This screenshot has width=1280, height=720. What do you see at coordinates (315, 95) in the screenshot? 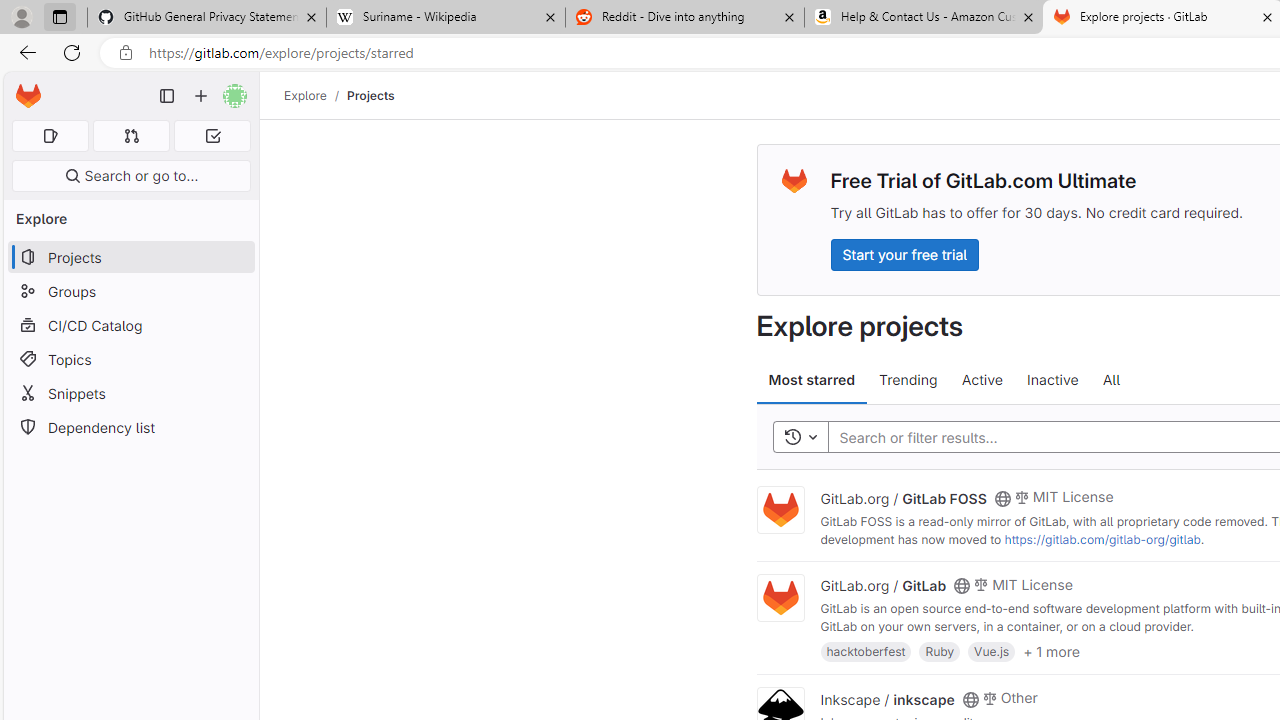
I see `'Explore/'` at bounding box center [315, 95].